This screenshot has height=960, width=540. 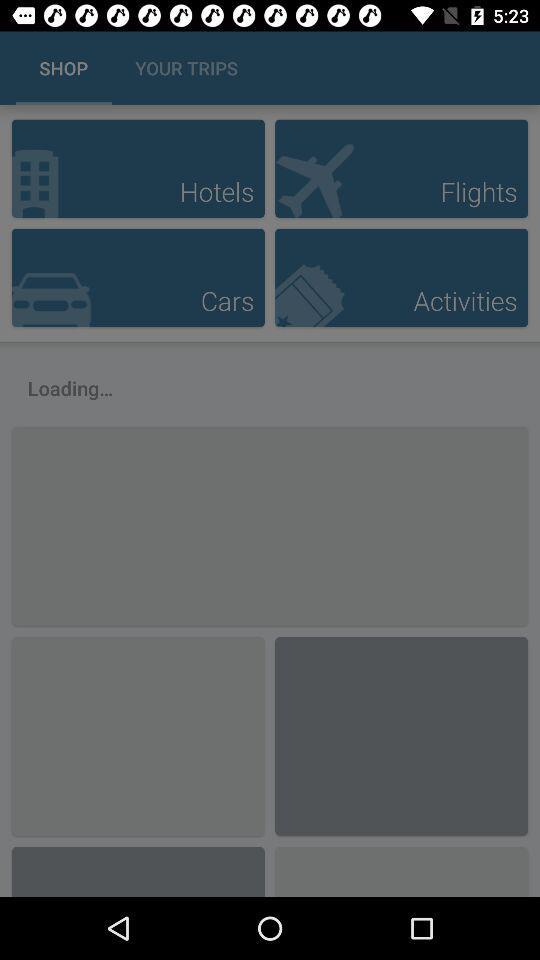 What do you see at coordinates (401, 276) in the screenshot?
I see `activities` at bounding box center [401, 276].